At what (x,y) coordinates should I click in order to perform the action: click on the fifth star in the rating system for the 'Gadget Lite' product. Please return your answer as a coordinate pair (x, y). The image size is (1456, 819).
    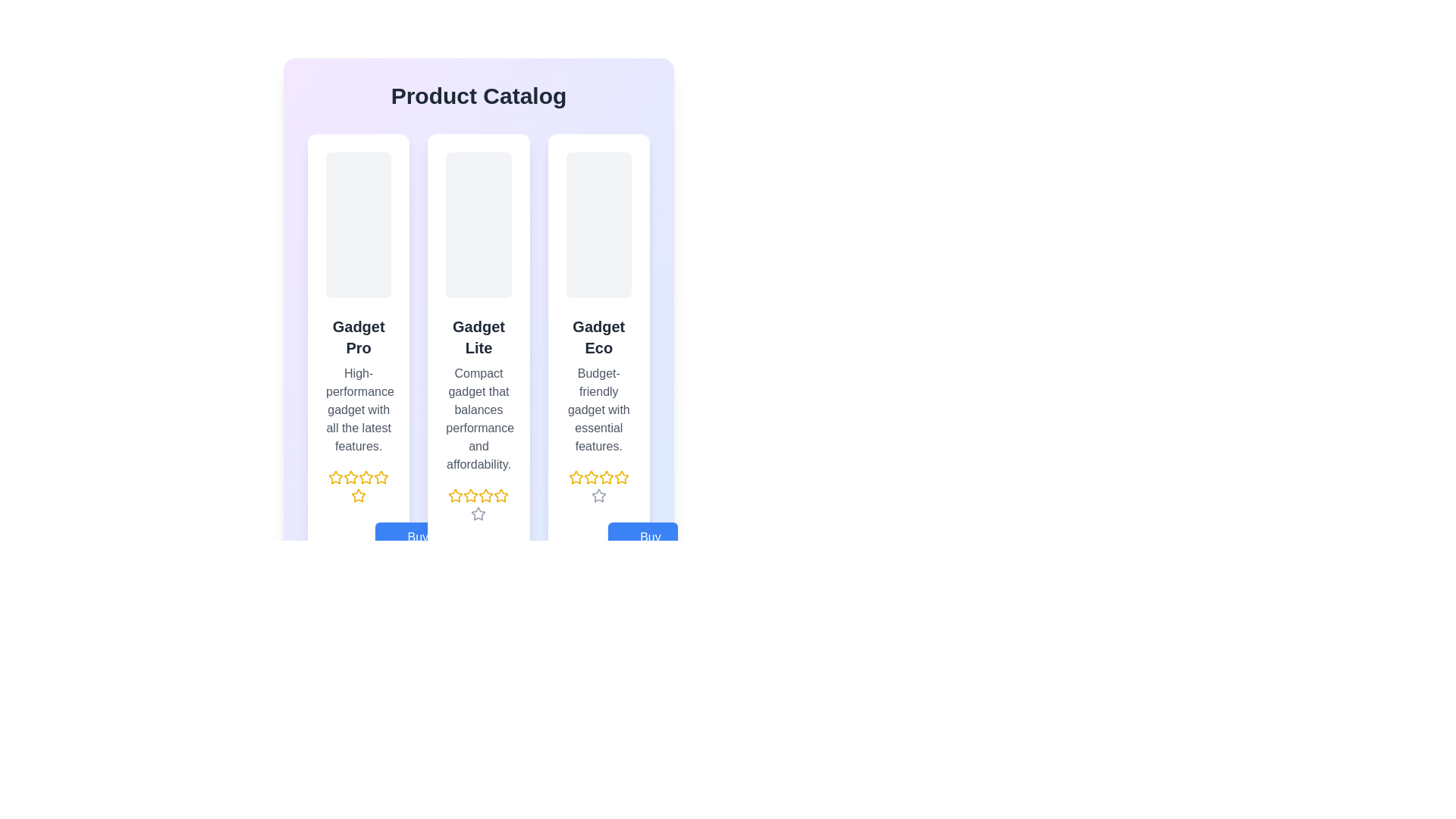
    Looking at the image, I should click on (501, 495).